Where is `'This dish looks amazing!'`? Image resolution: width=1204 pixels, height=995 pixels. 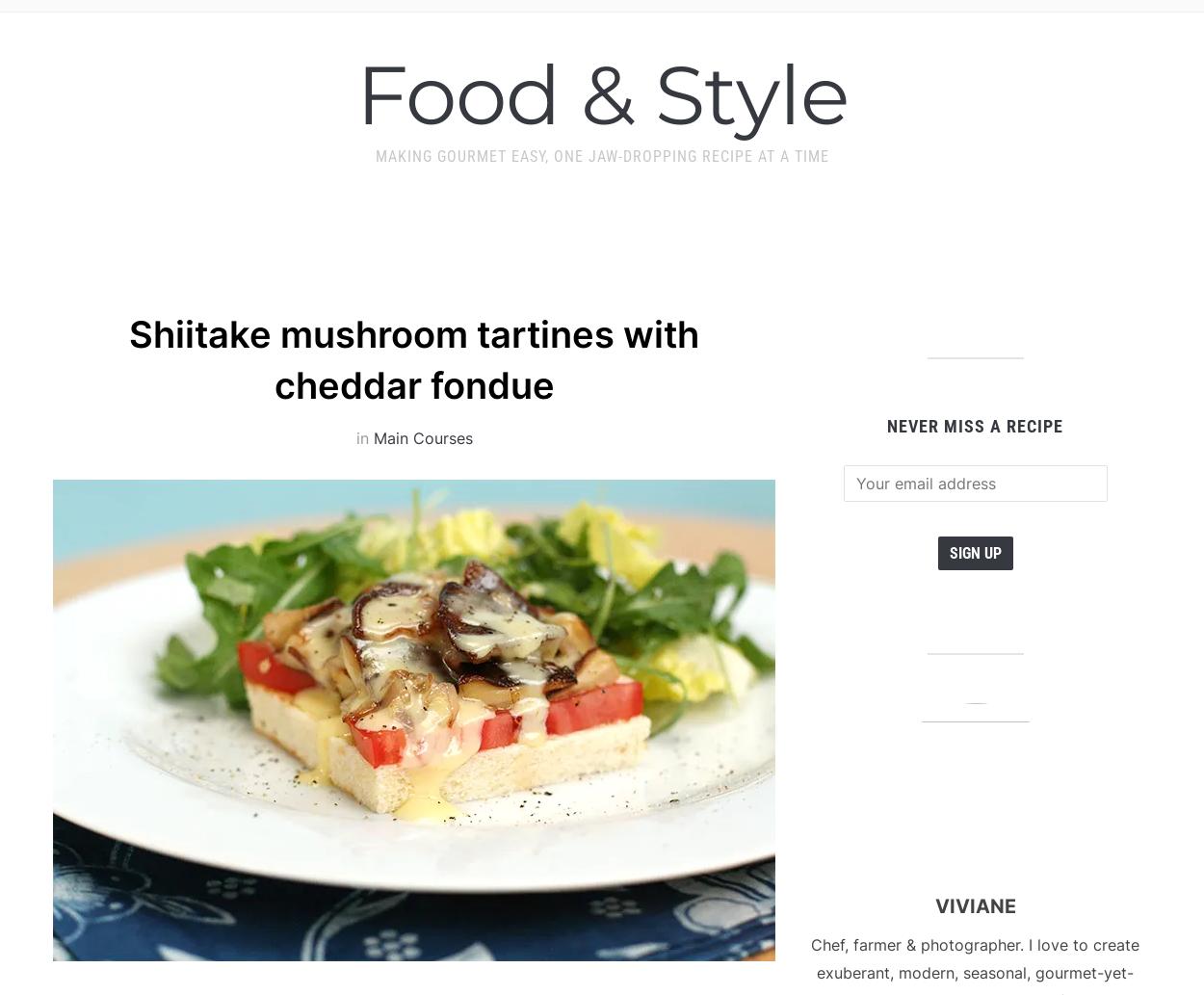
'This dish looks amazing!' is located at coordinates (254, 430).